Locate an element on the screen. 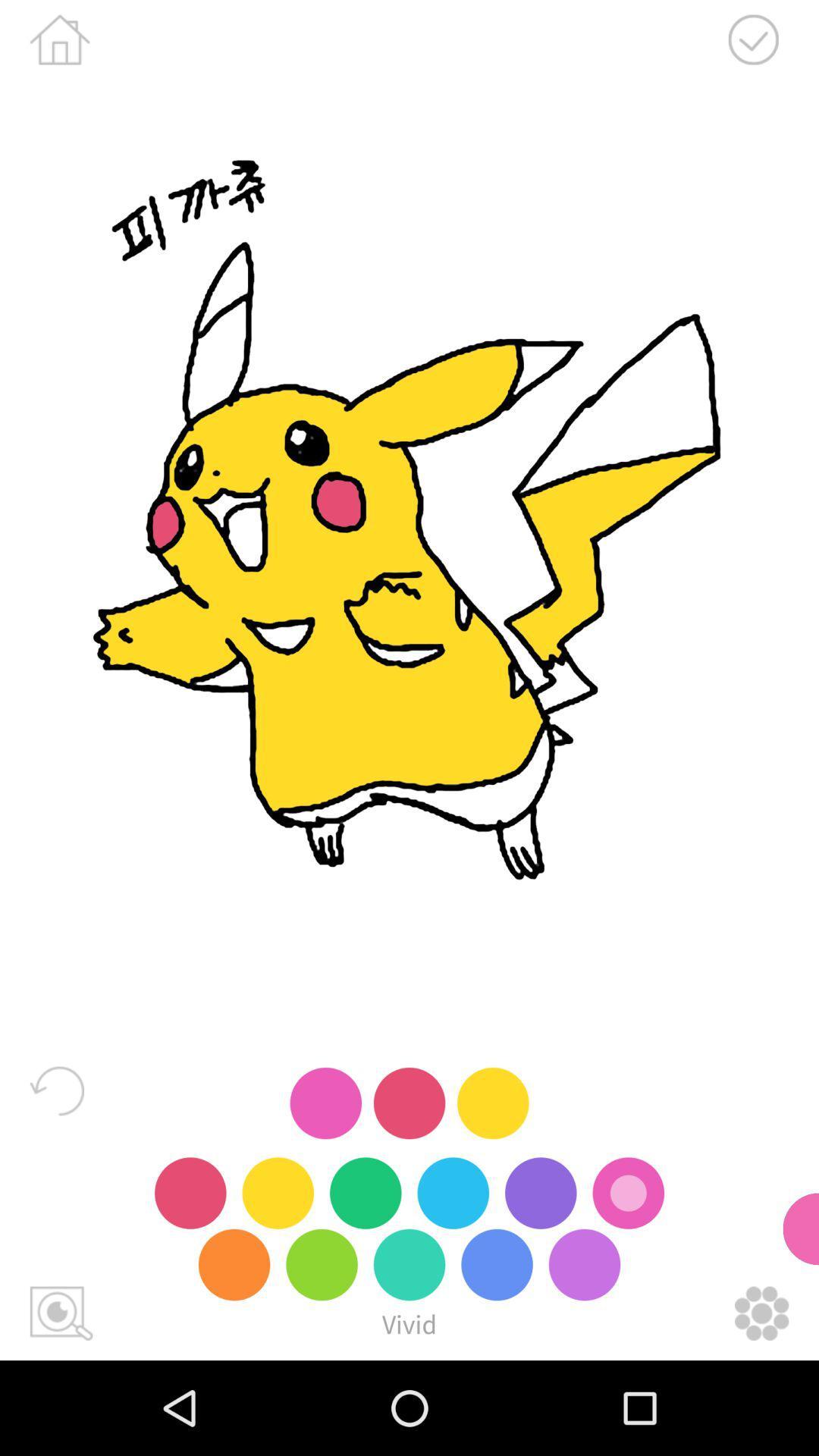 The height and width of the screenshot is (1456, 819). the undo icon is located at coordinates (56, 1090).